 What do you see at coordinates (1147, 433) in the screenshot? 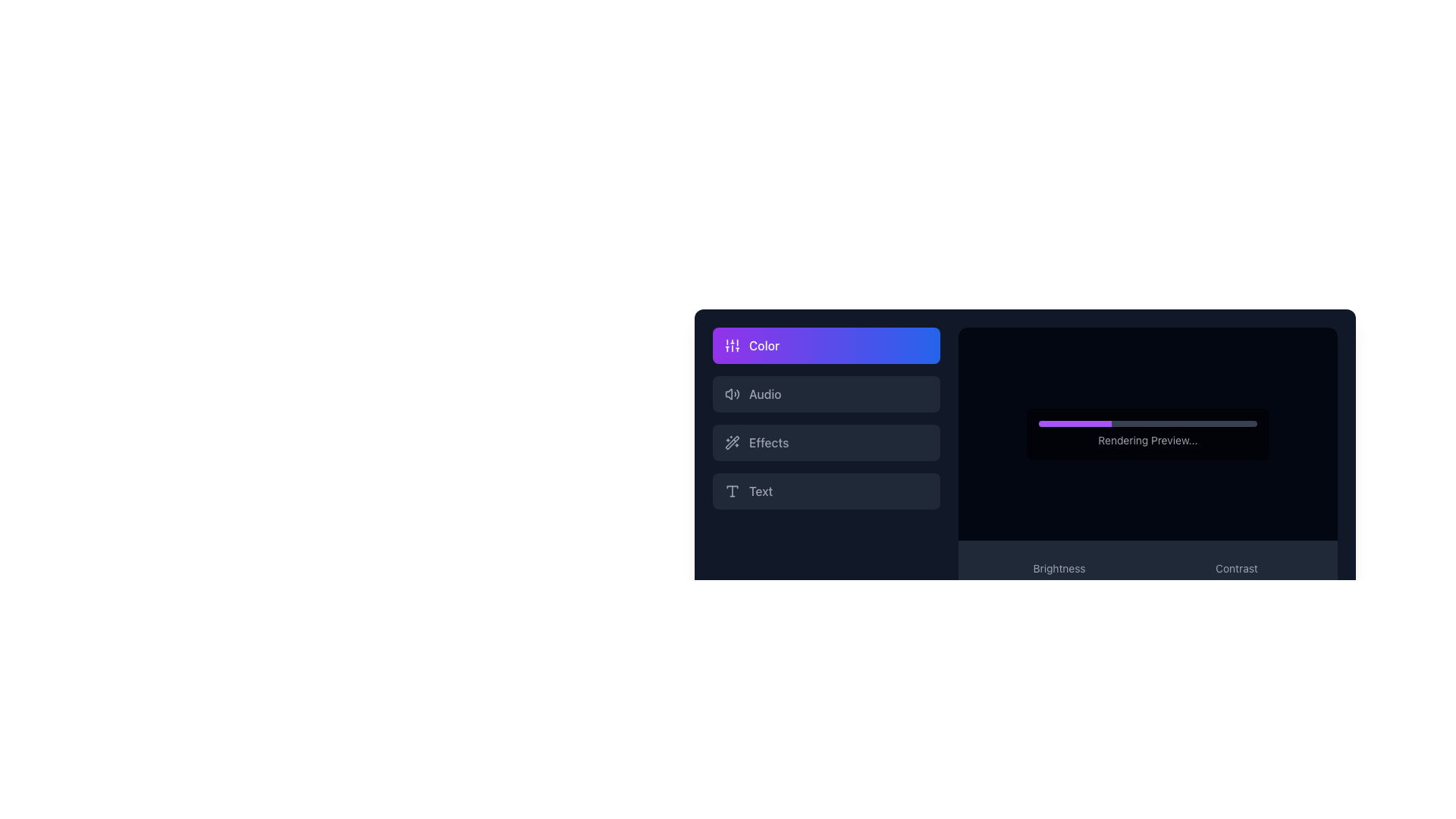
I see `the Progress Panel displaying 'Rendering Preview...' to provide user feedback on the task progress` at bounding box center [1147, 433].